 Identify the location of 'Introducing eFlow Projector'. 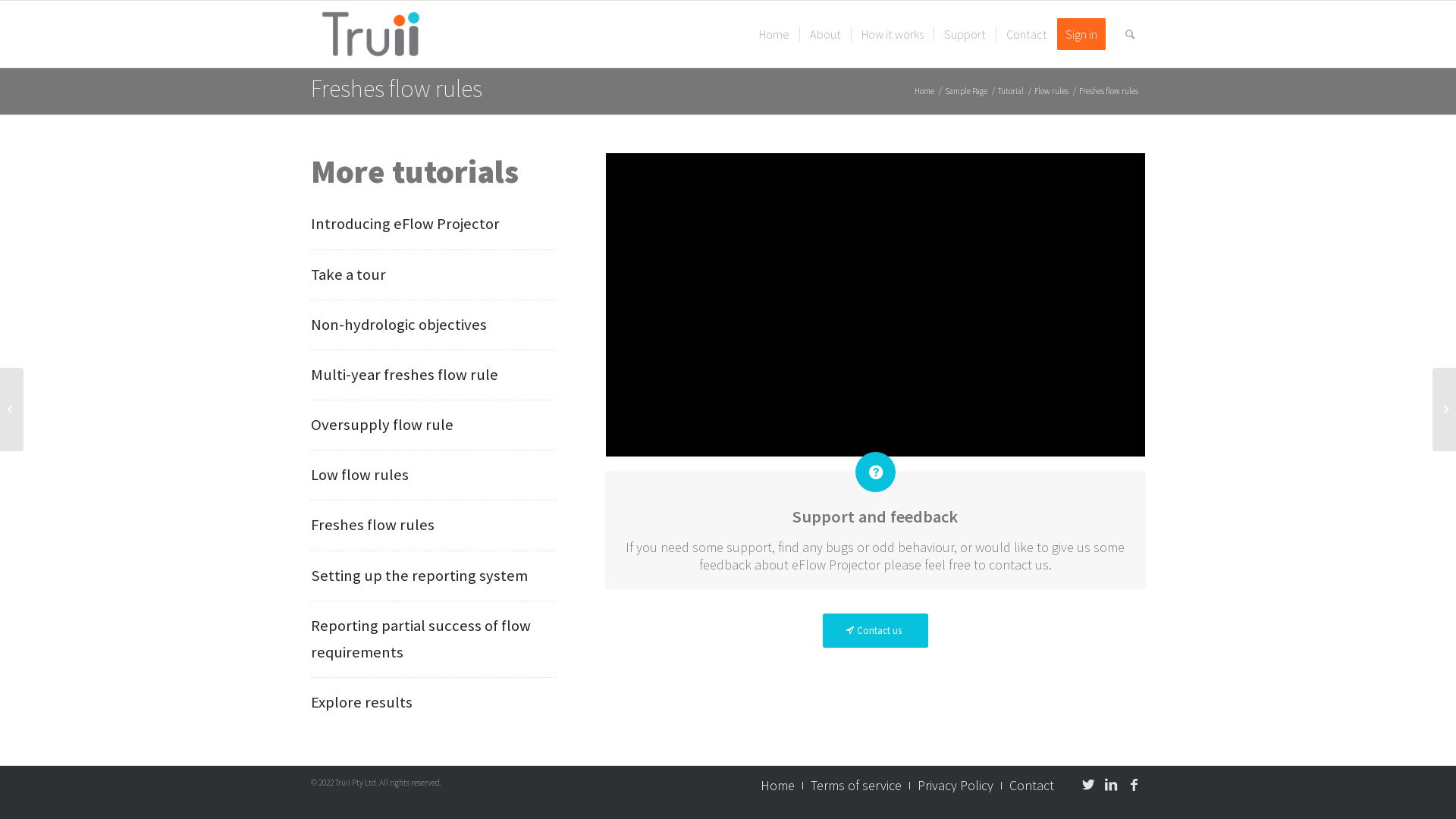
(405, 223).